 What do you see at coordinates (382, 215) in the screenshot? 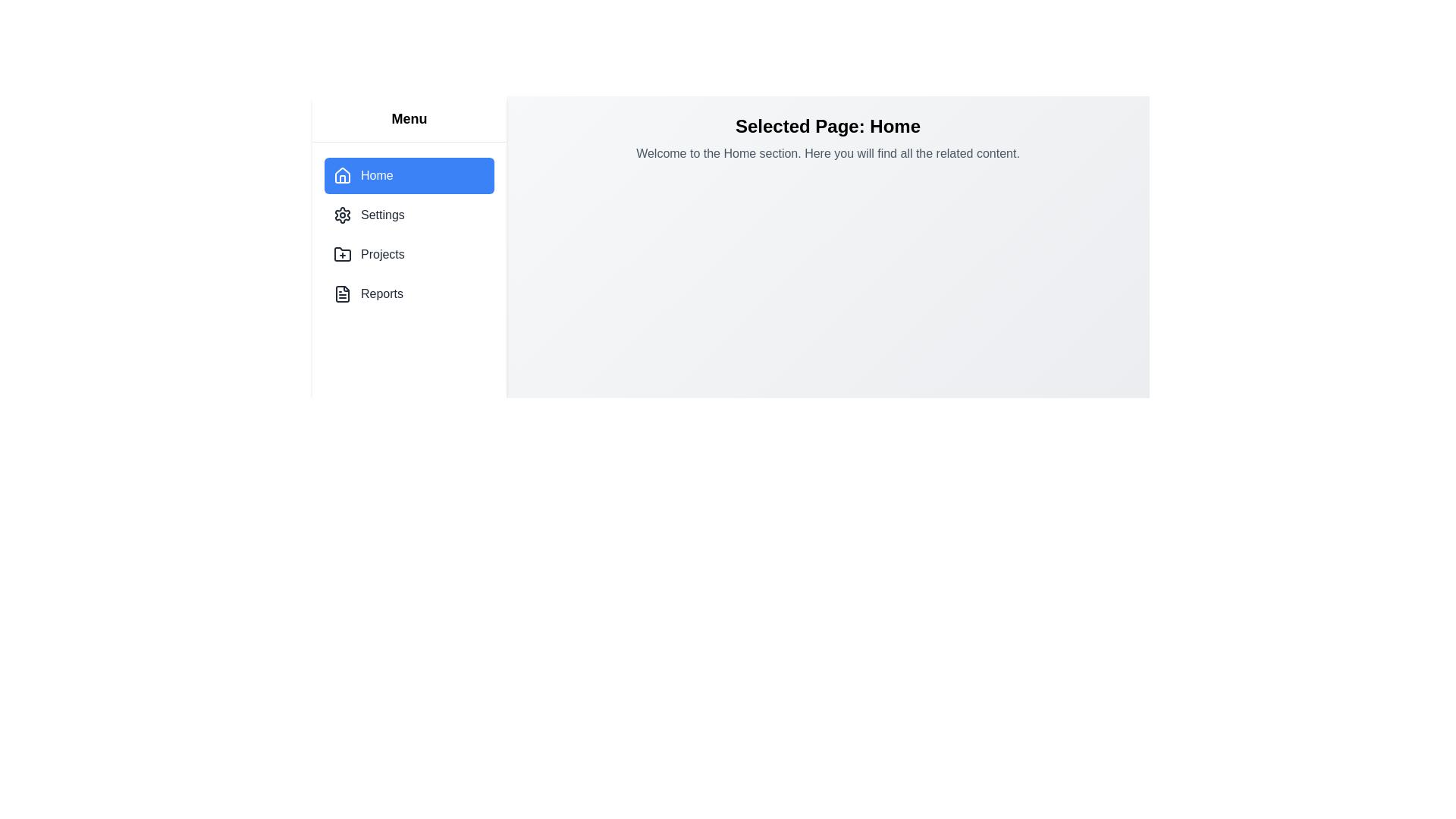
I see `the 'Settings' text label located in the left sidebar navigation menu, which indicates the option to navigate to the settings section of the application` at bounding box center [382, 215].